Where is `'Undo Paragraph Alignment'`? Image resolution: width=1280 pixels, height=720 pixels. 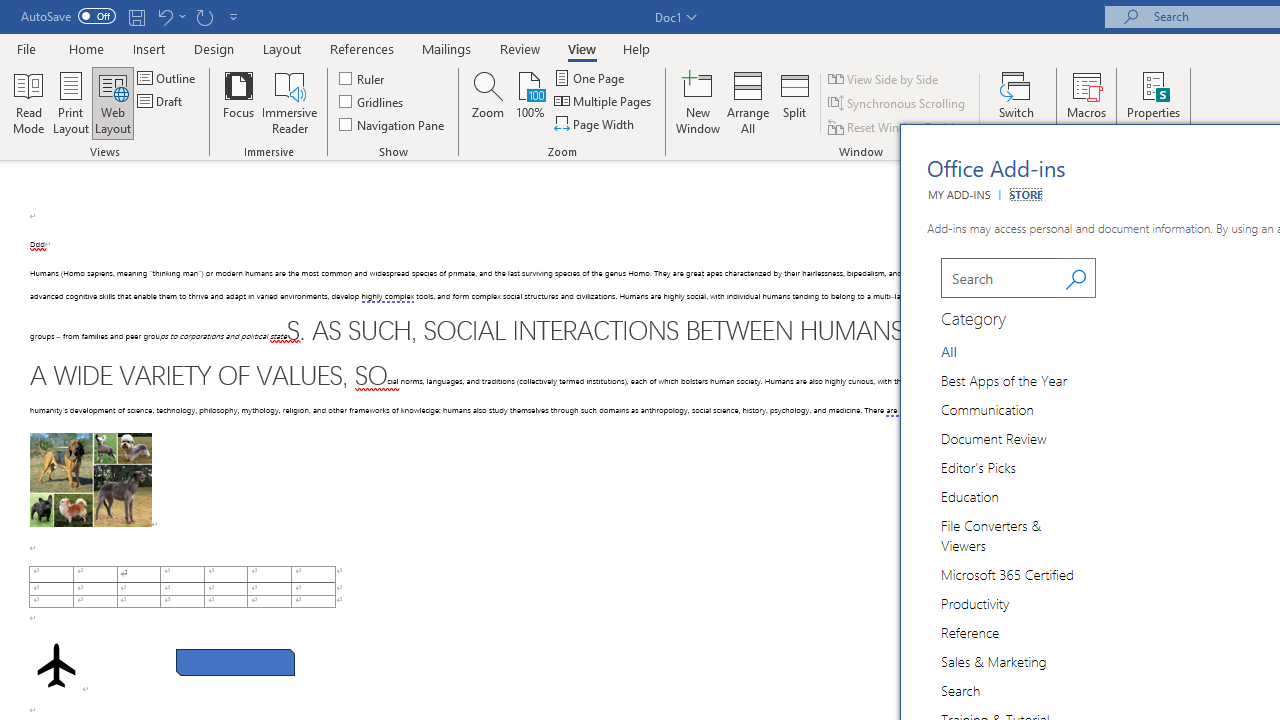 'Undo Paragraph Alignment' is located at coordinates (164, 16).